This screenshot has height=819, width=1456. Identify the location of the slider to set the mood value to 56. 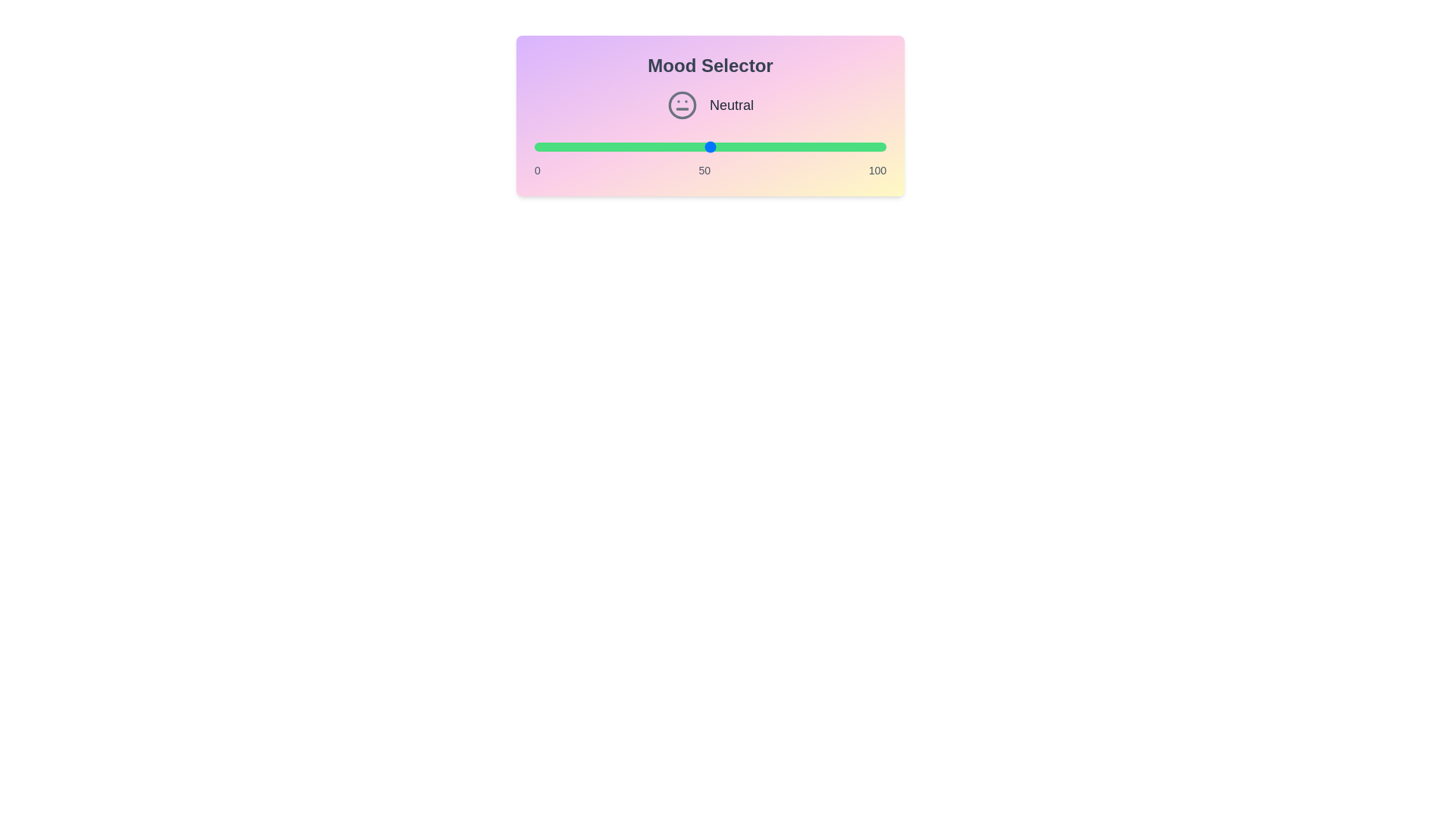
(731, 146).